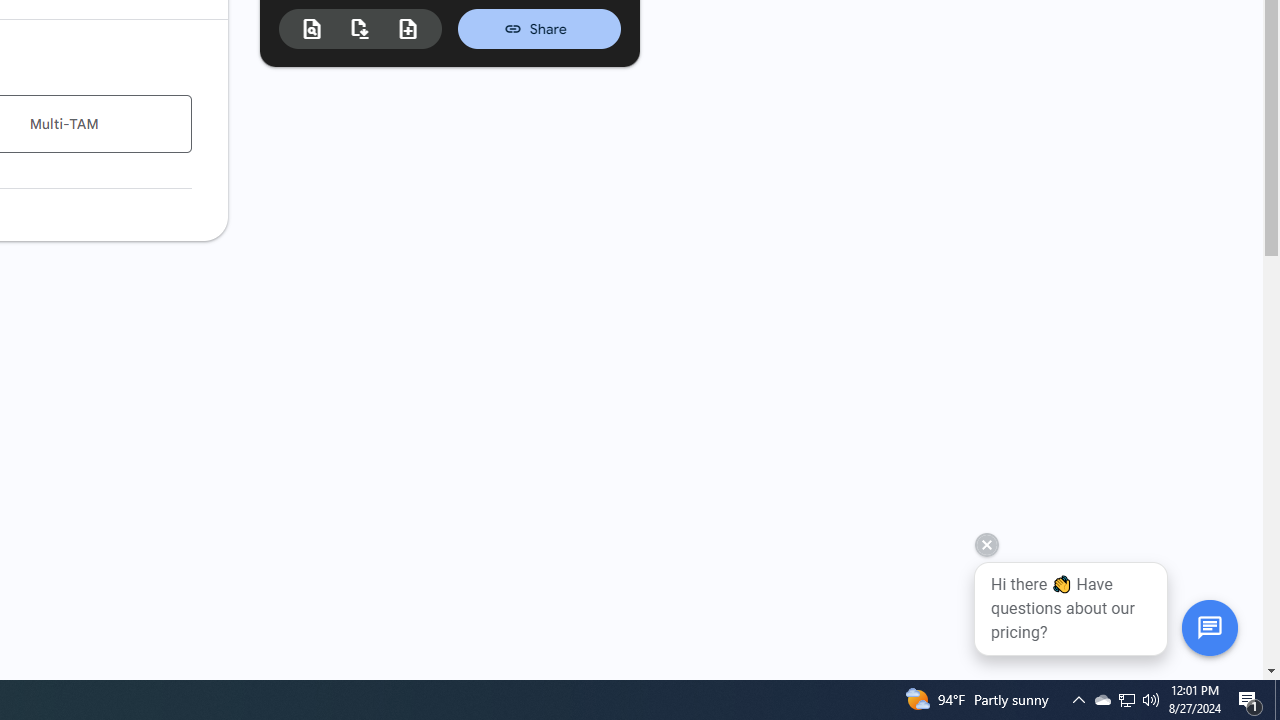 The image size is (1280, 720). Describe the element at coordinates (311, 29) in the screenshot. I see `'Open detailed view'` at that location.